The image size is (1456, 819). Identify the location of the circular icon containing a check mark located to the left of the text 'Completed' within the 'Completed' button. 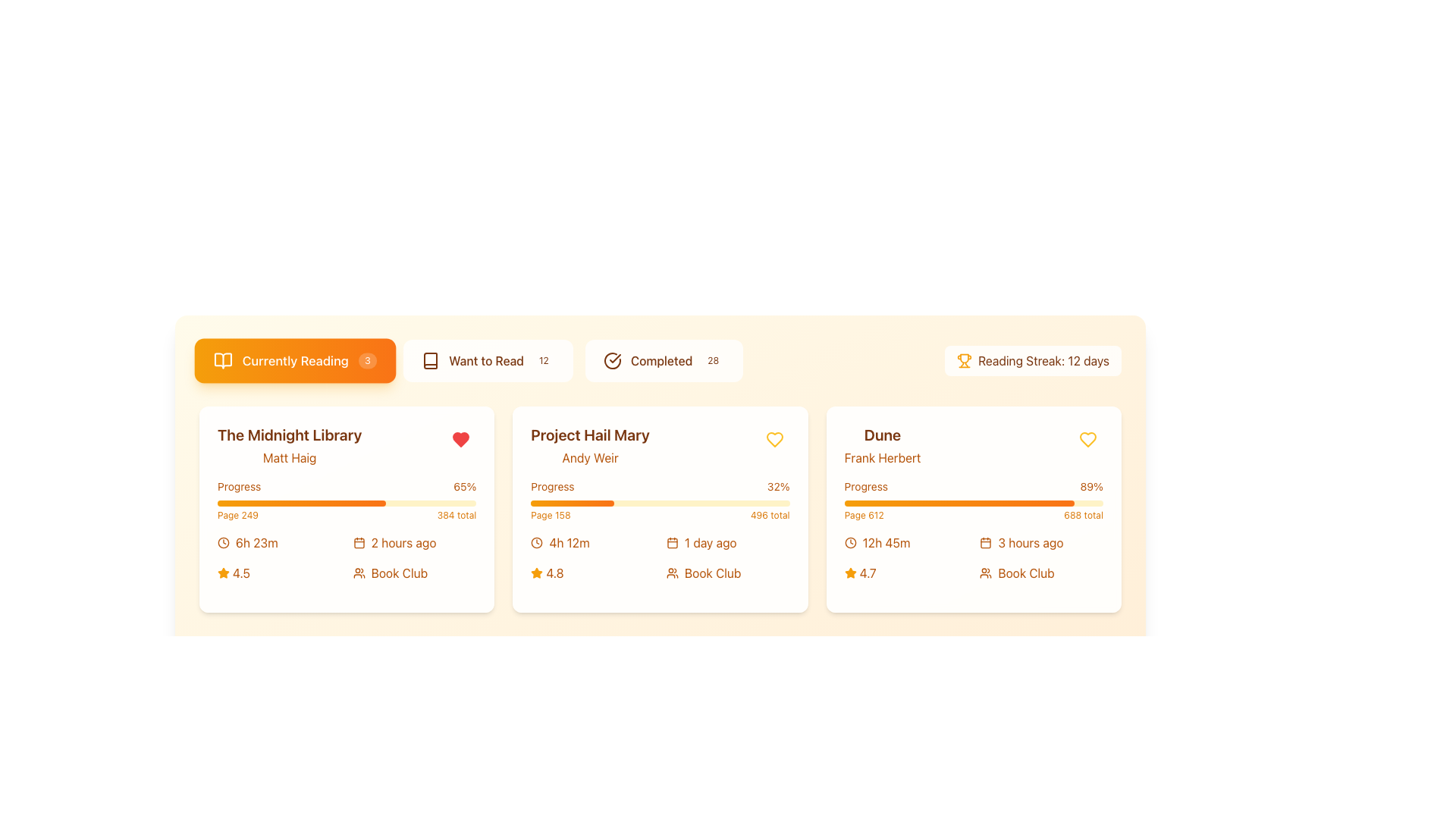
(612, 360).